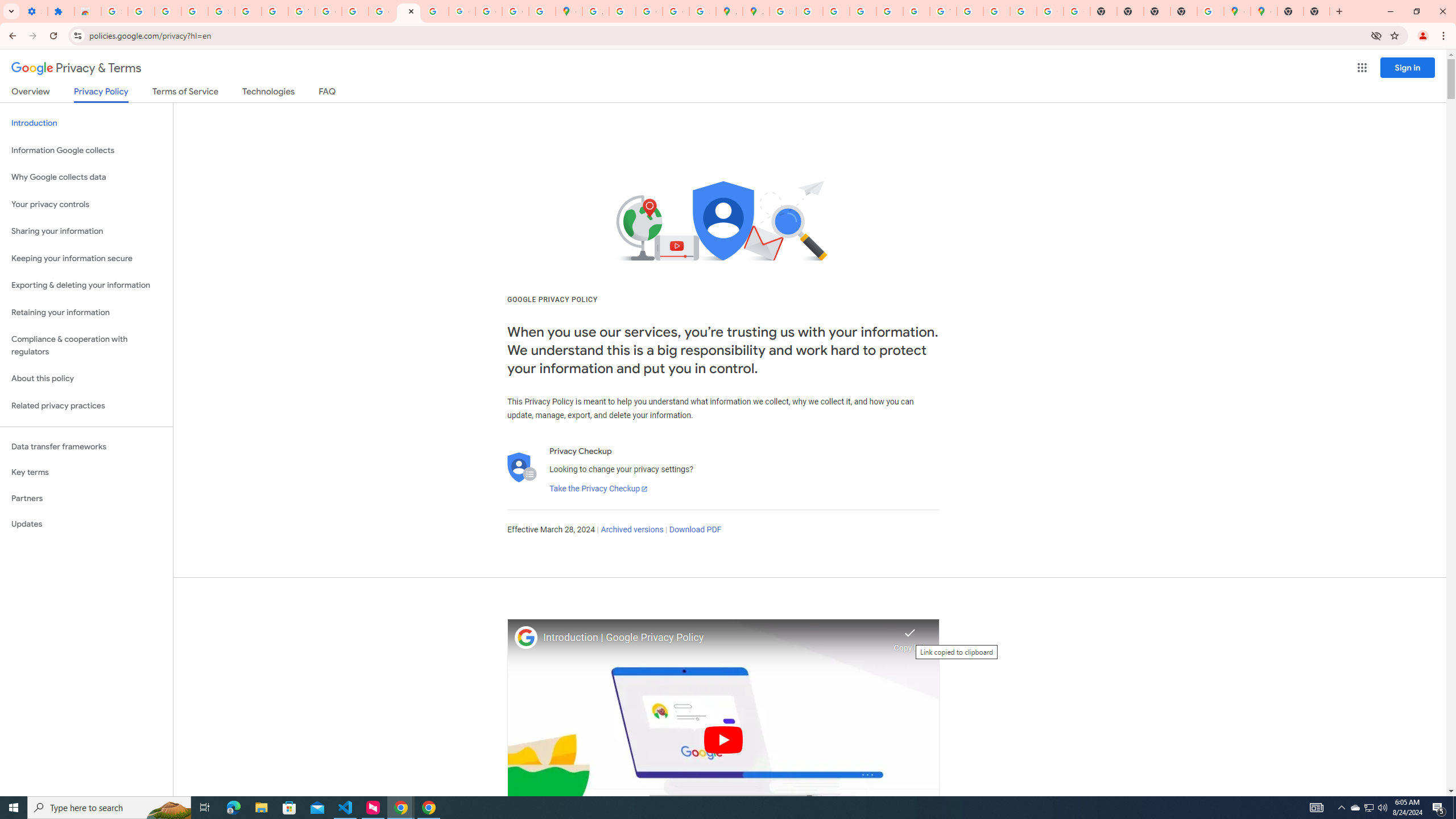 Image resolution: width=1456 pixels, height=819 pixels. What do you see at coordinates (598, 488) in the screenshot?
I see `'Take the Privacy Checkup'` at bounding box center [598, 488].